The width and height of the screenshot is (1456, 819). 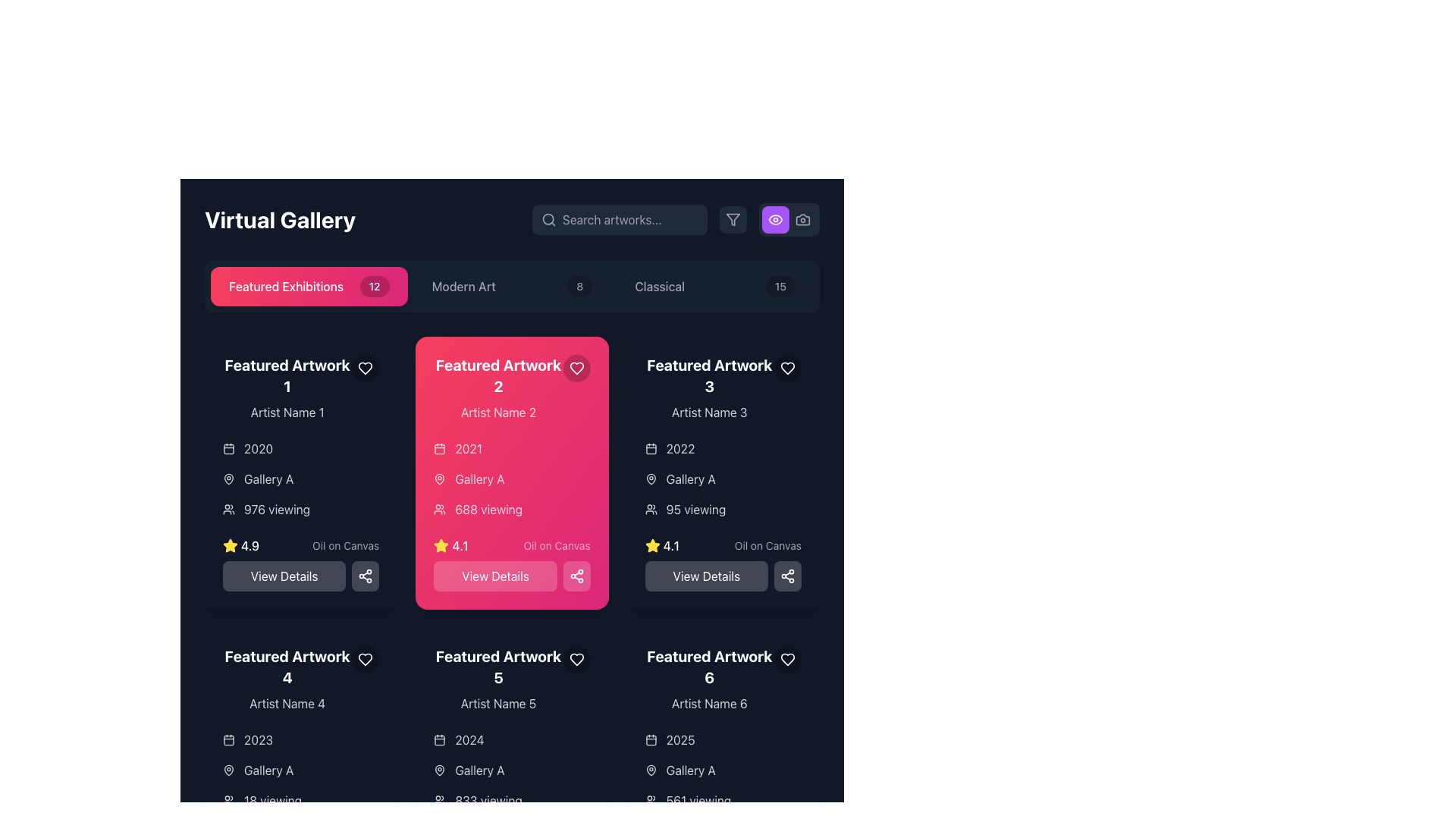 I want to click on the text label indicating the rating score for 'Featured Artwork 1', located at the bottom-left corner of the card next to a yellow star icon, so click(x=250, y=546).